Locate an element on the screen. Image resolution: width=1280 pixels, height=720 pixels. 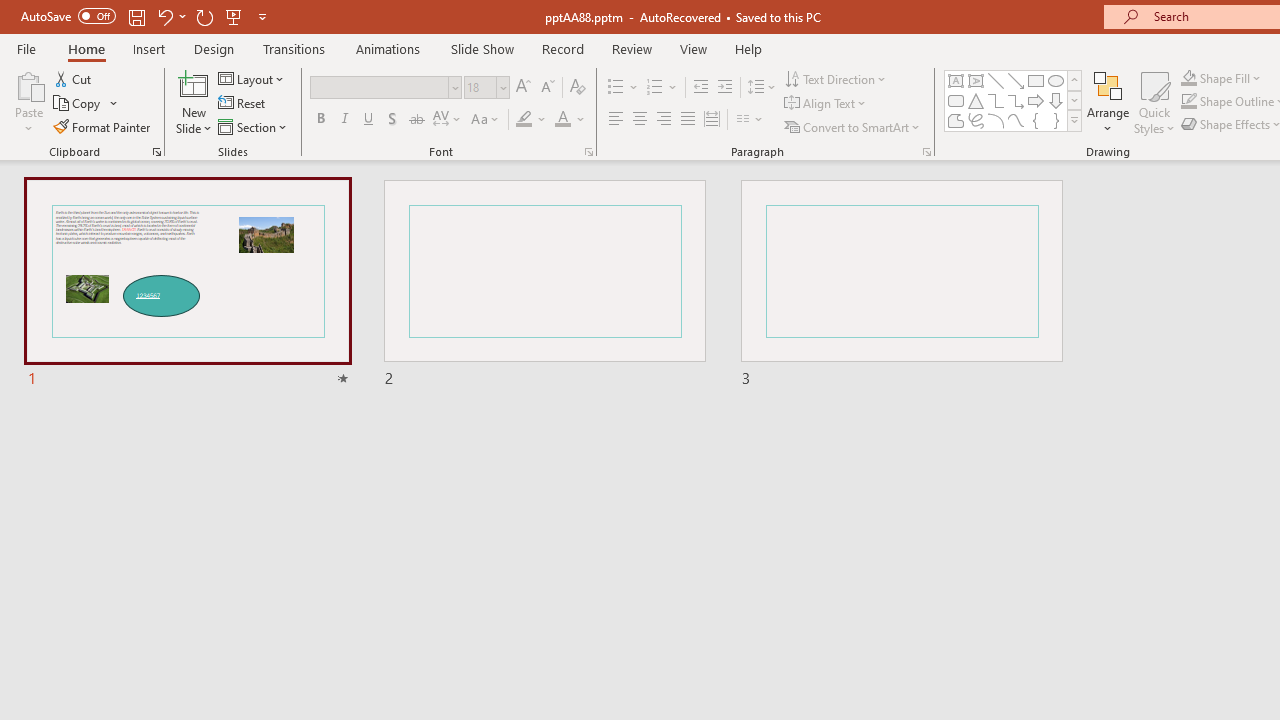
'Quick Styles' is located at coordinates (1154, 103).